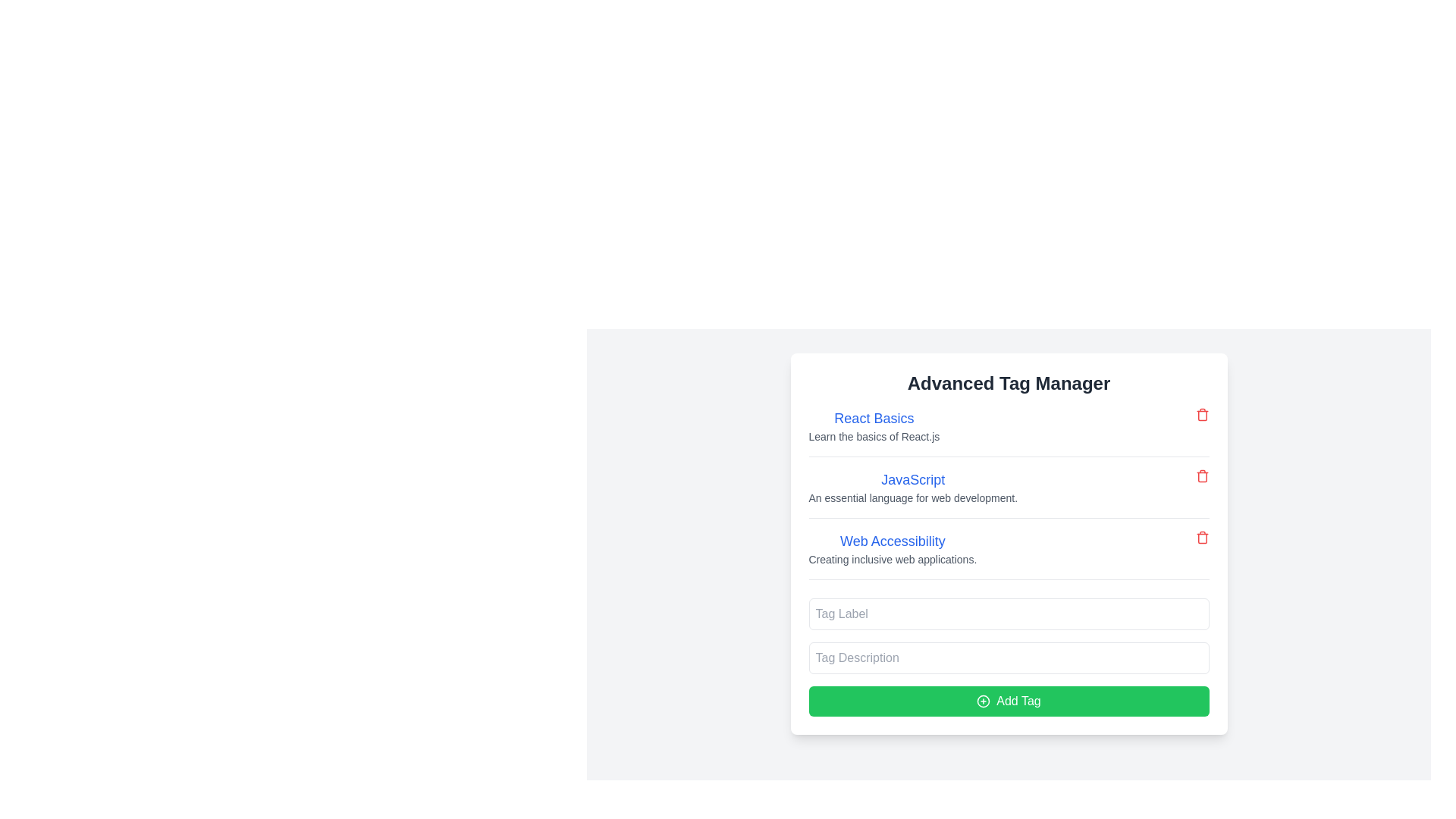 The image size is (1456, 819). I want to click on the Text label that serves as a title or heading in the 'Advanced Tag Manager' interface, positioned above 'An essential language for web development.' and below 'React Basics', so click(912, 479).